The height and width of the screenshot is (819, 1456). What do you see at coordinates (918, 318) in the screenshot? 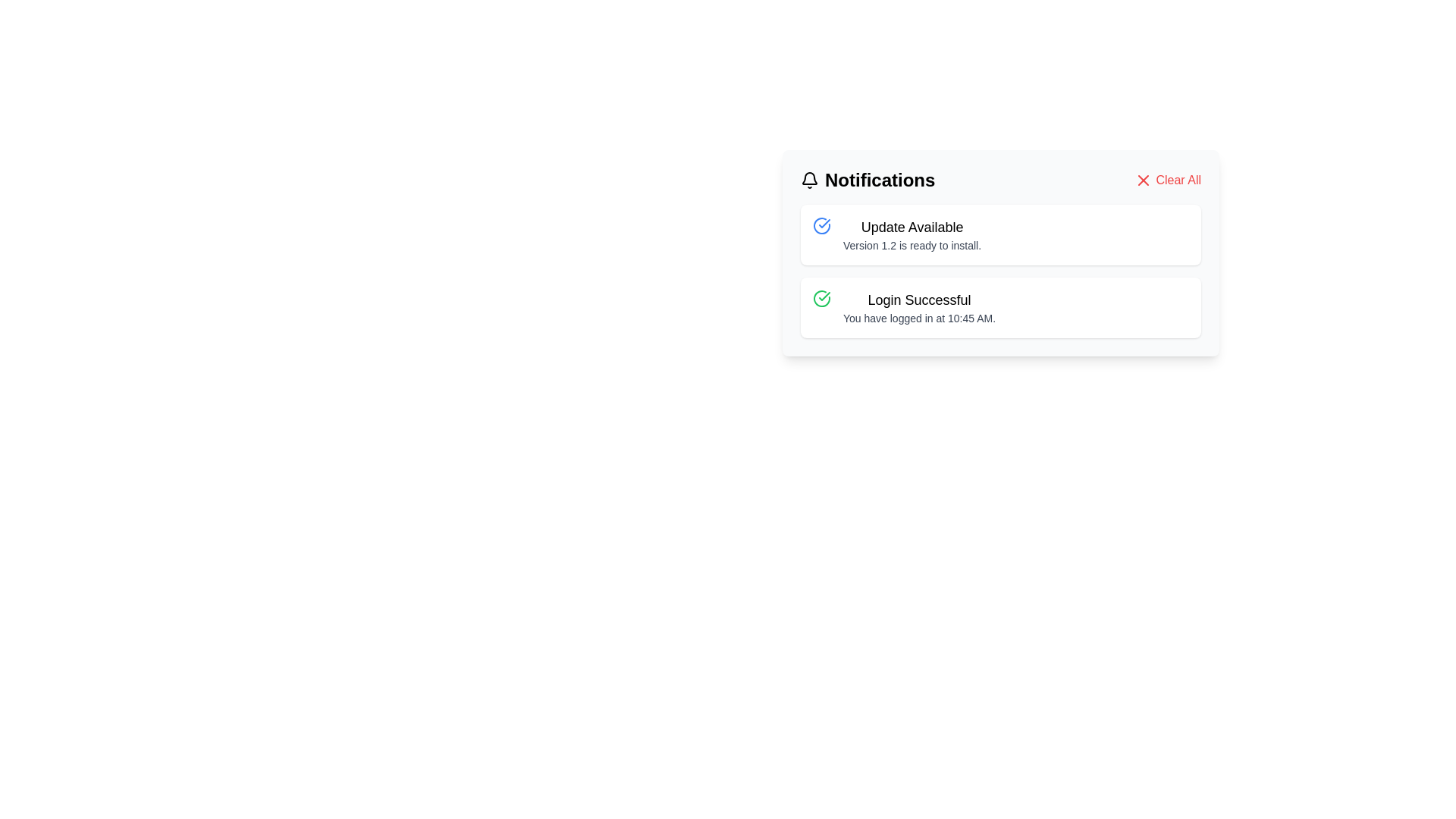
I see `the text label that reads 'You have logged in at 10:45 AM.' located below the message 'Login Successful' in the notification area of the login information card` at bounding box center [918, 318].